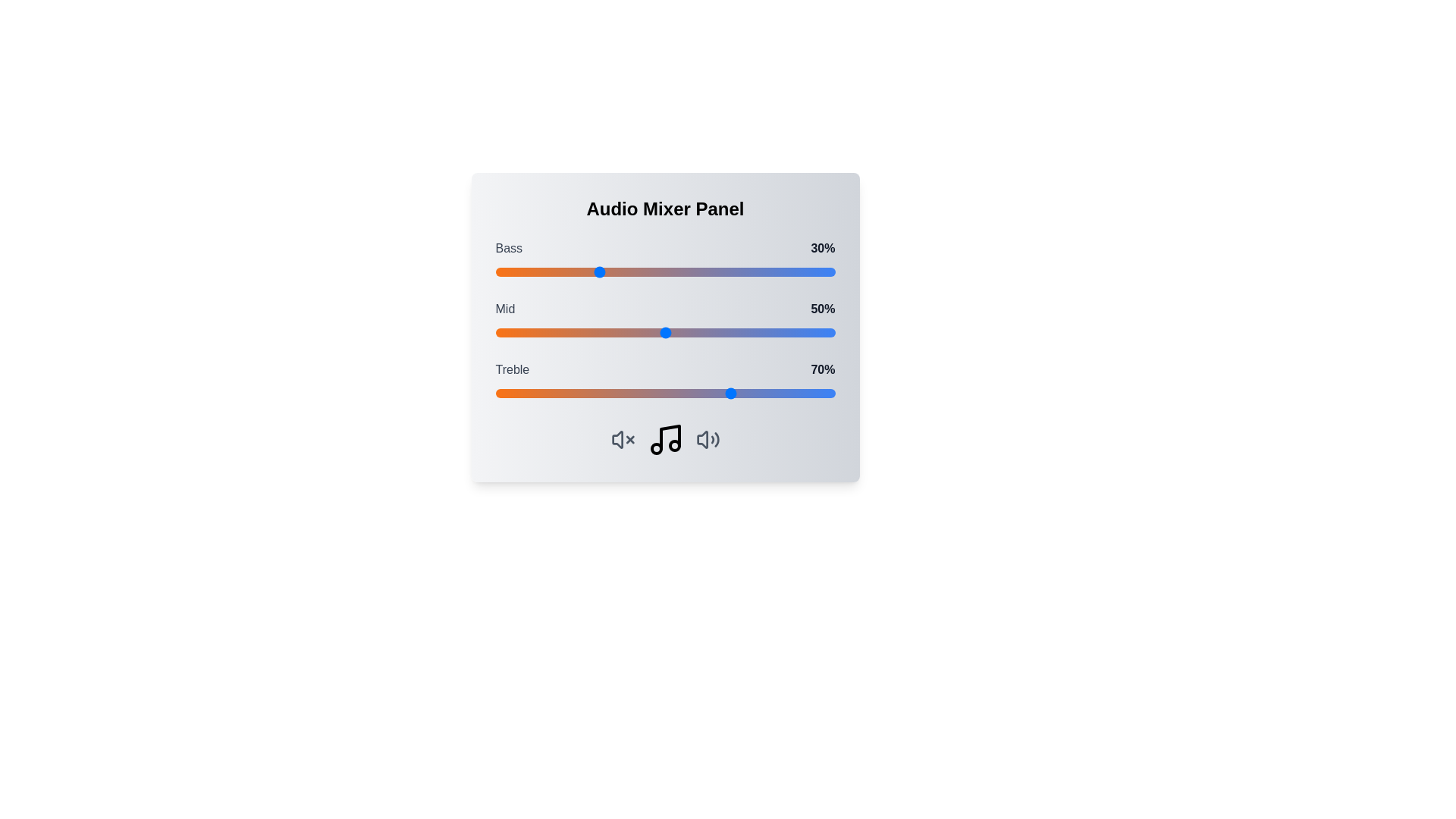 The height and width of the screenshot is (819, 1456). What do you see at coordinates (707, 439) in the screenshot?
I see `the volume icon to interact with the corresponding volume control` at bounding box center [707, 439].